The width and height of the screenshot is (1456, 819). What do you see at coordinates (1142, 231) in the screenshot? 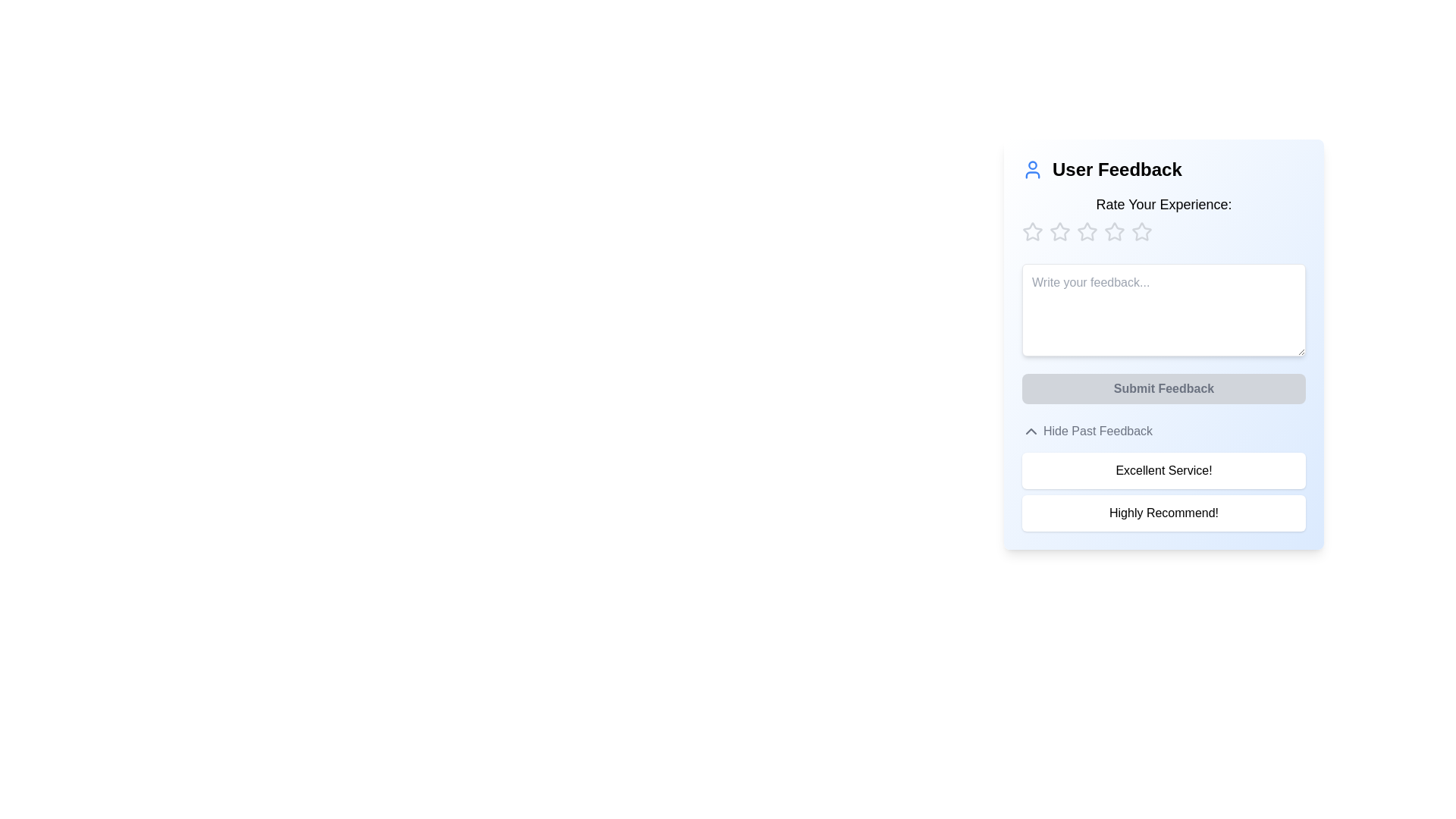
I see `the fourth star in the horizontal row of five stars` at bounding box center [1142, 231].